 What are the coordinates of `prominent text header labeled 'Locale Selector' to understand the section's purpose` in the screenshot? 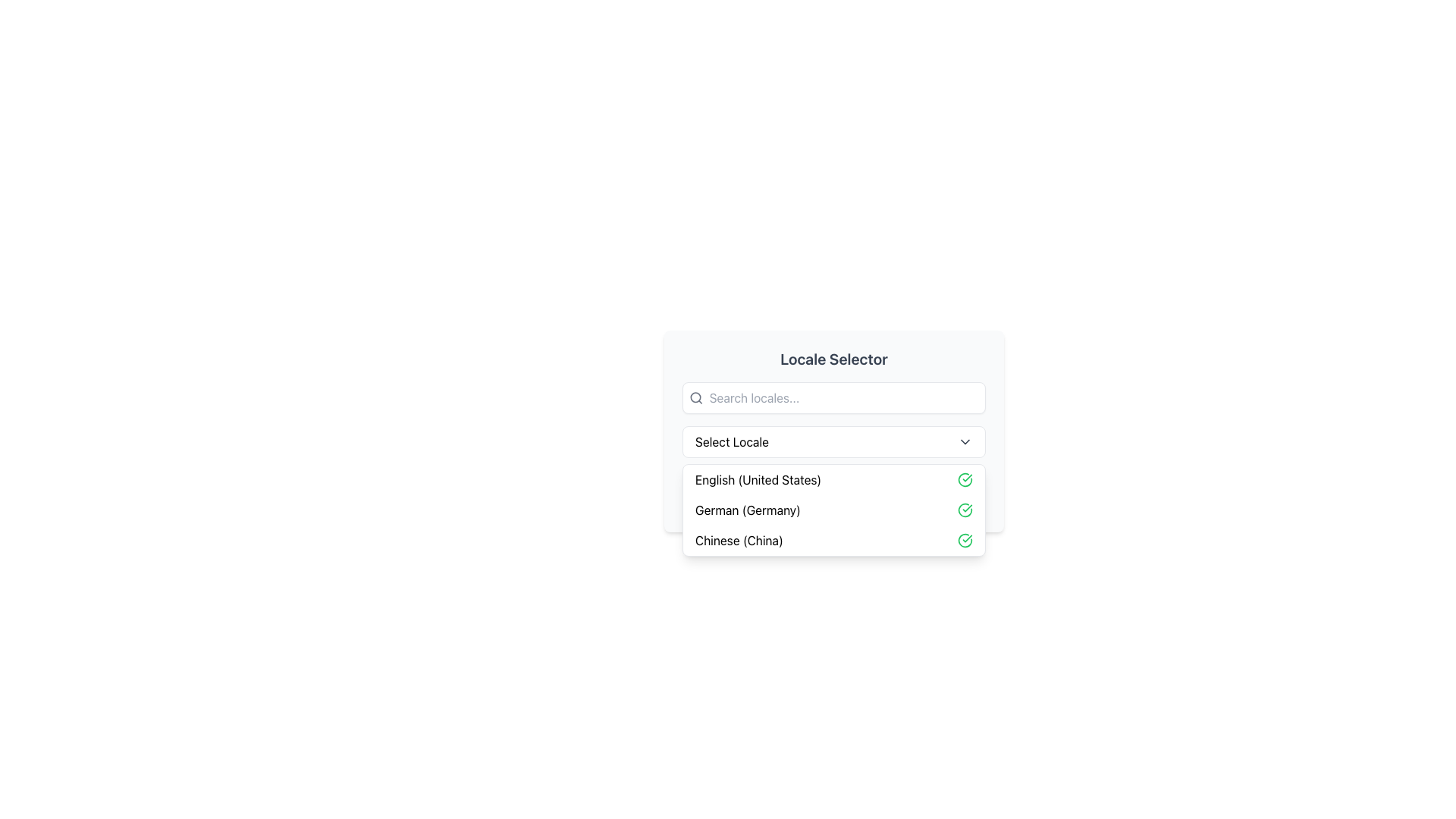 It's located at (833, 359).